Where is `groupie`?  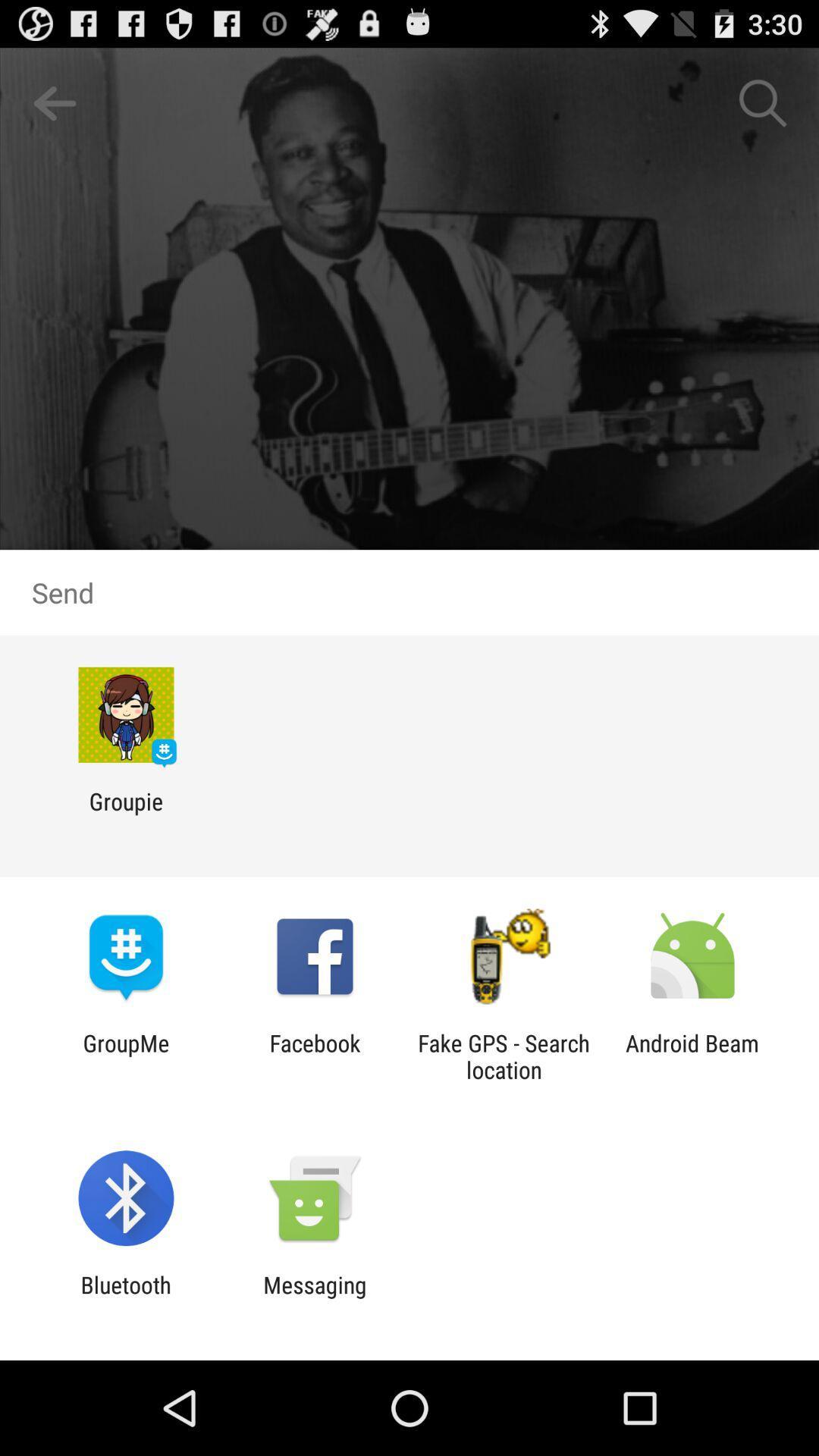
groupie is located at coordinates (125, 814).